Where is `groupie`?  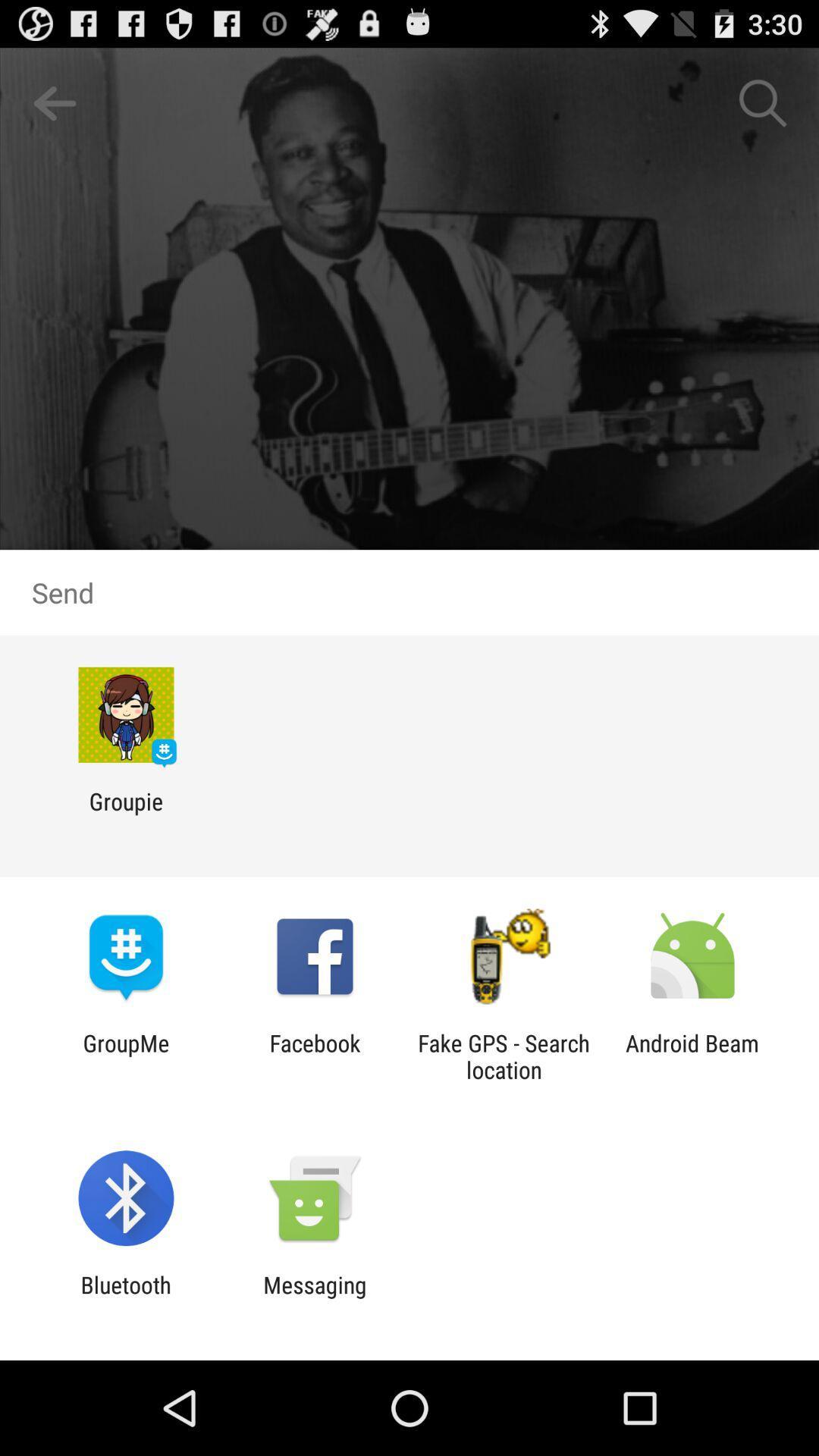
groupie is located at coordinates (125, 814).